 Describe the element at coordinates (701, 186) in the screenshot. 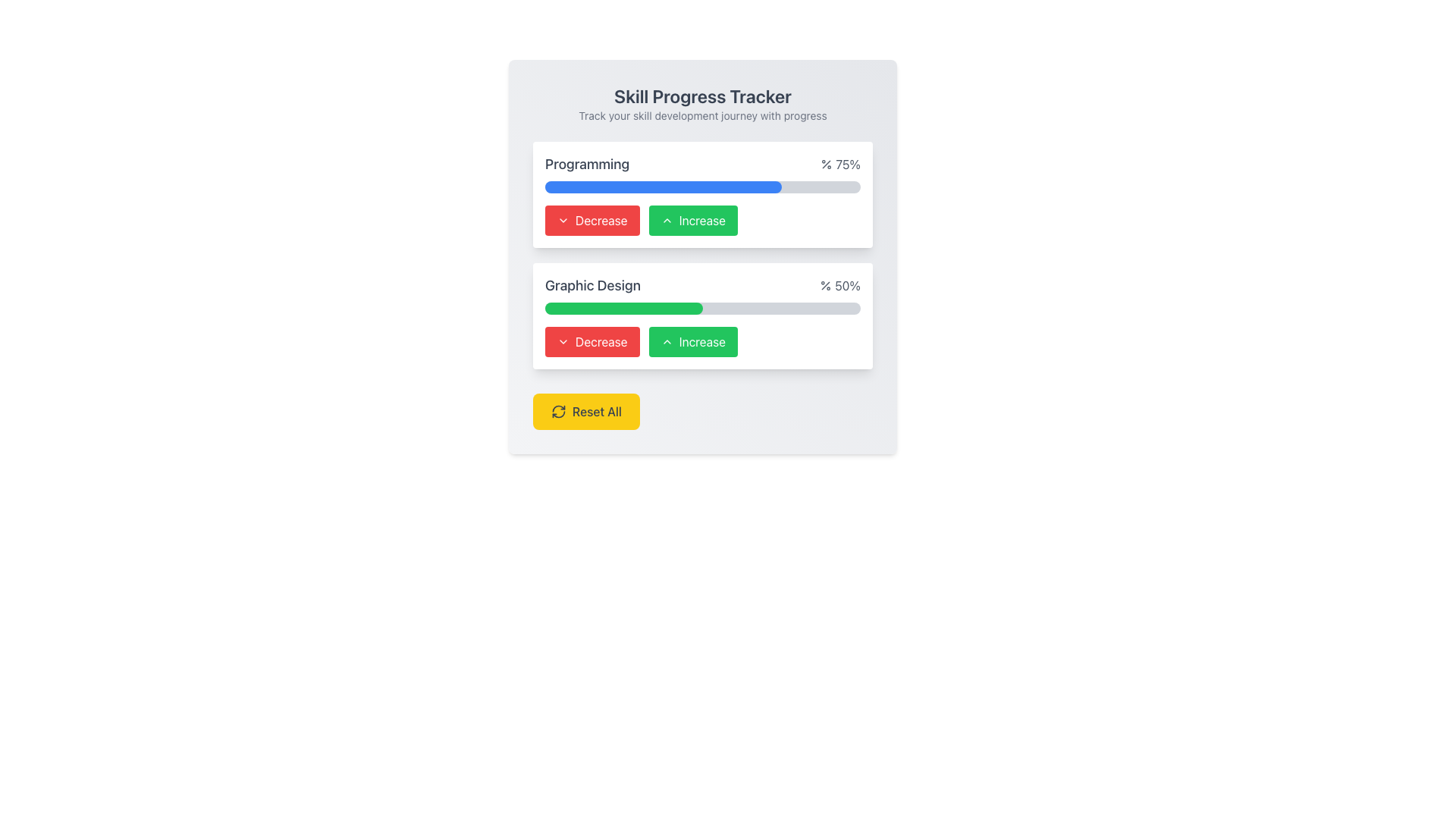

I see `the horizontal progress bar with a light gray background and a blue fill, located within the 'Programming' card, which shows '75%' on the same line above the action buttons` at that location.